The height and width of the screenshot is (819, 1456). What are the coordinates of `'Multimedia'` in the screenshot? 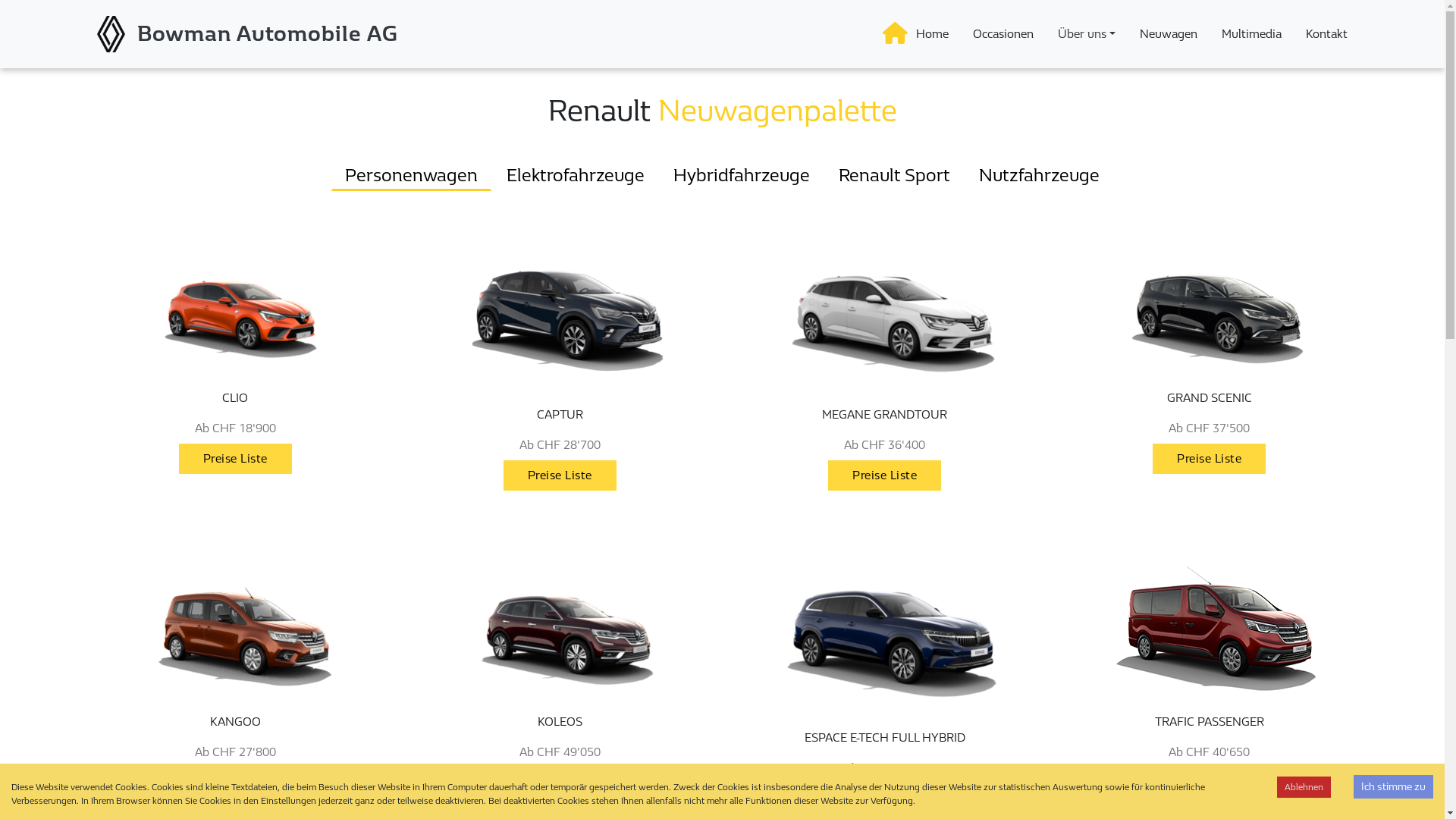 It's located at (1216, 34).